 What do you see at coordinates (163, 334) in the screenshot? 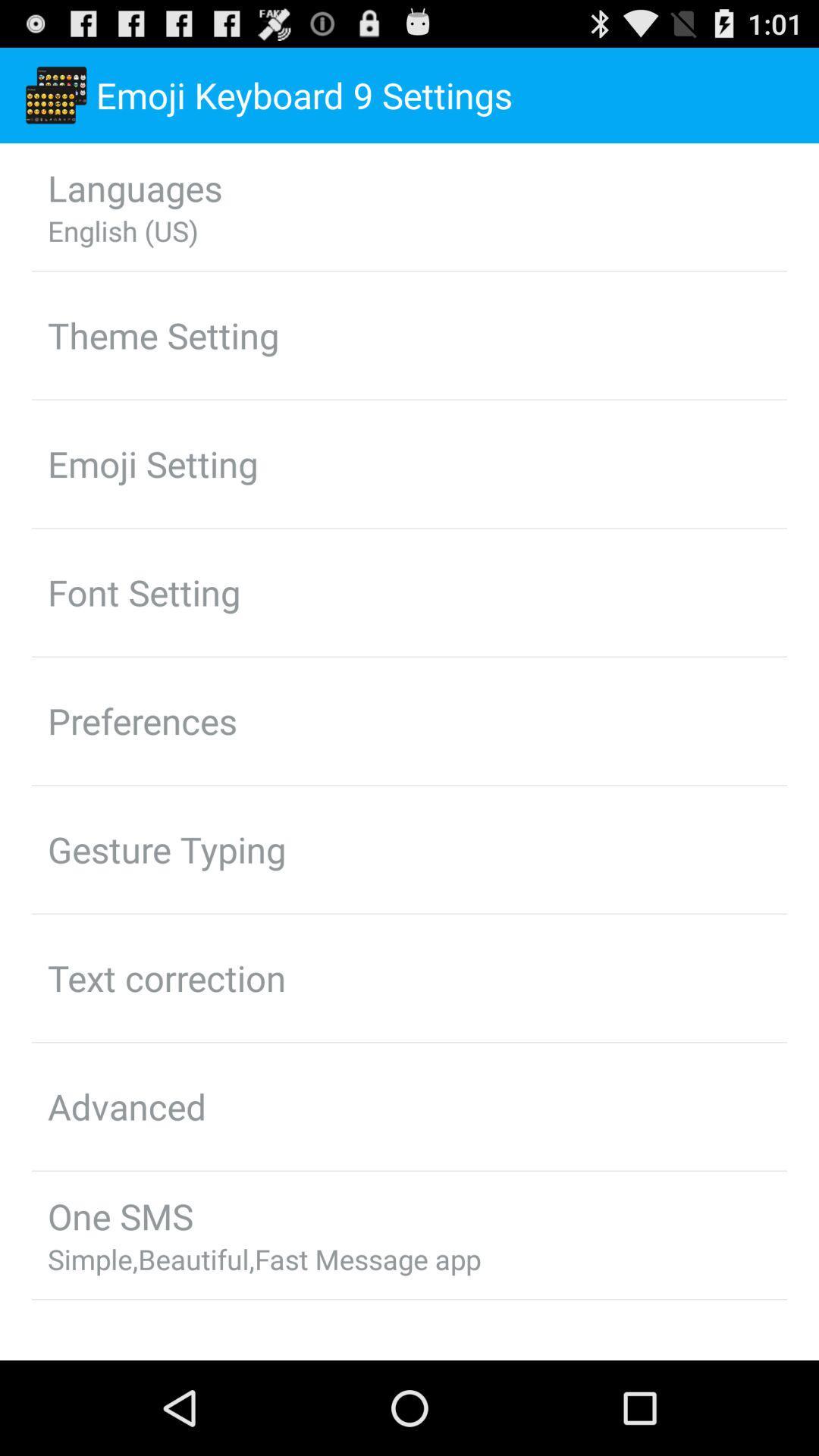
I see `the theme setting item` at bounding box center [163, 334].